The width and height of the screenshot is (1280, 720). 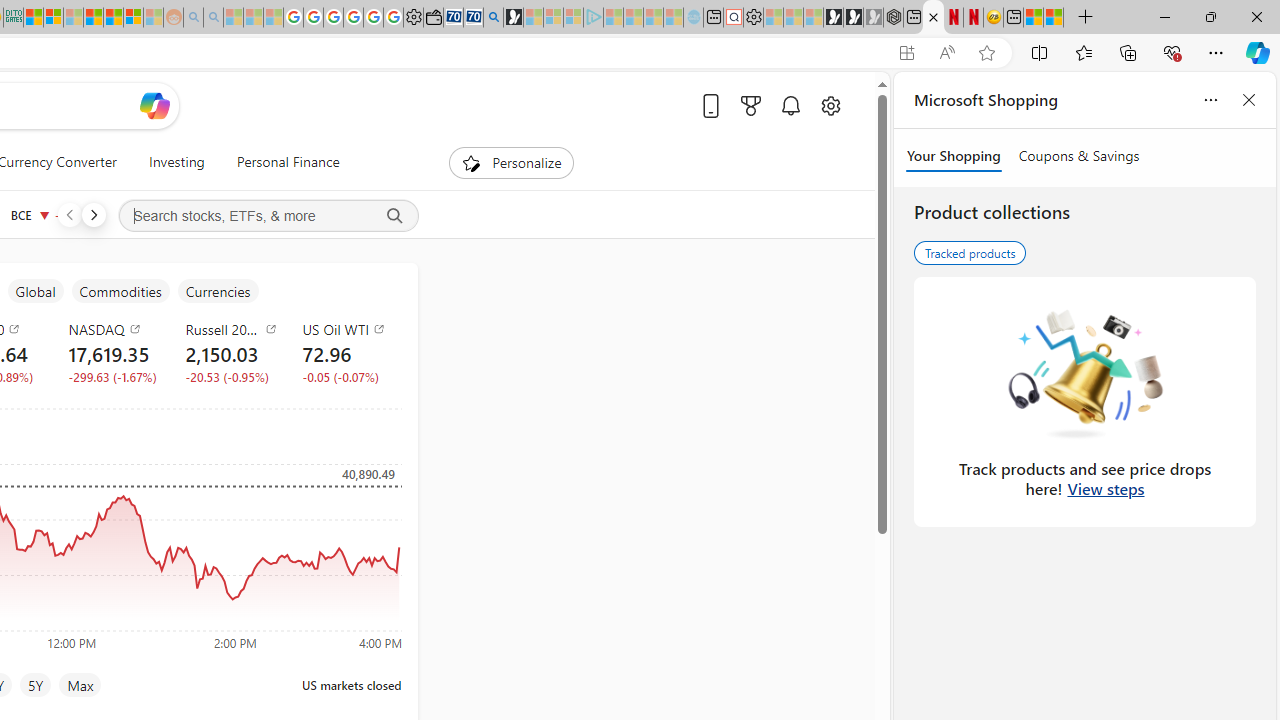 I want to click on 'Bing Real Estate - Home sales and rental listings', so click(x=493, y=17).